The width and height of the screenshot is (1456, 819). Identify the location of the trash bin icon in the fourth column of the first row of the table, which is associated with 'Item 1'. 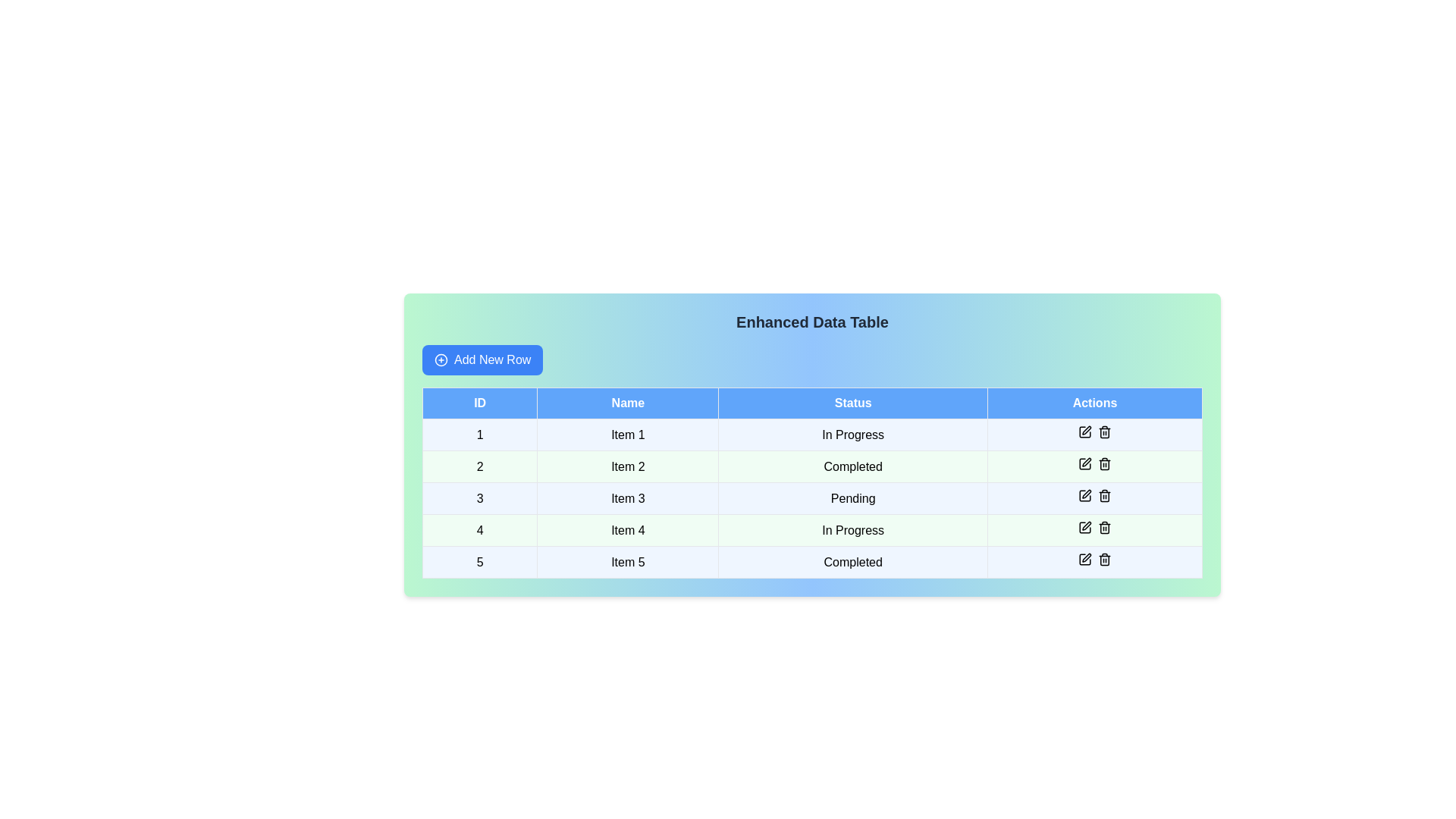
(1095, 435).